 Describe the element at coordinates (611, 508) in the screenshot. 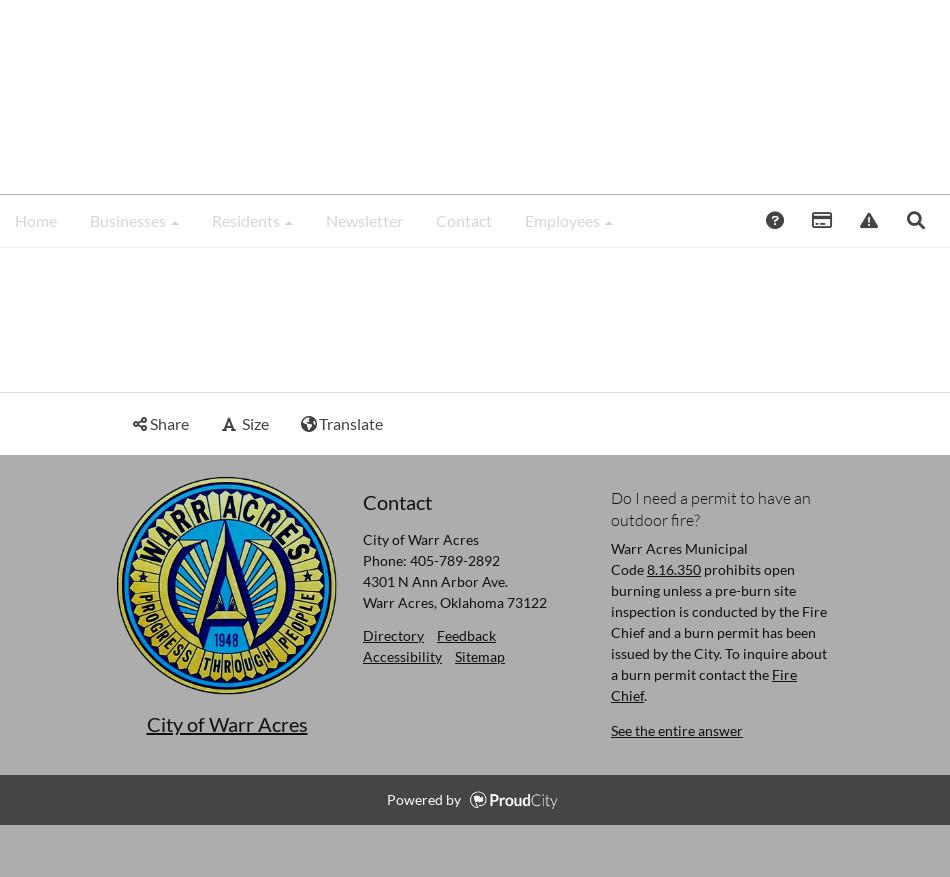

I see `'Do I need a permit to have an outdoor fire?'` at that location.